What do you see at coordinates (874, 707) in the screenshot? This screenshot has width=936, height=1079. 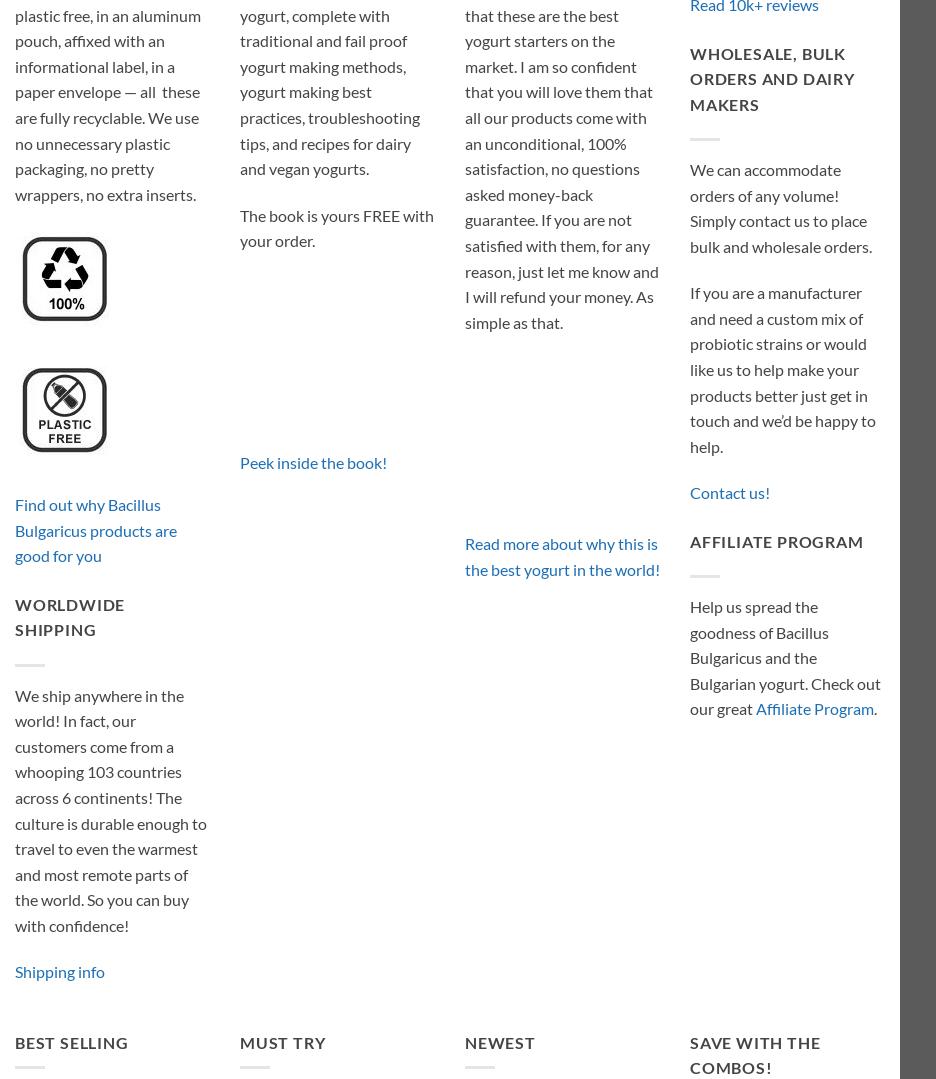 I see `'.'` at bounding box center [874, 707].